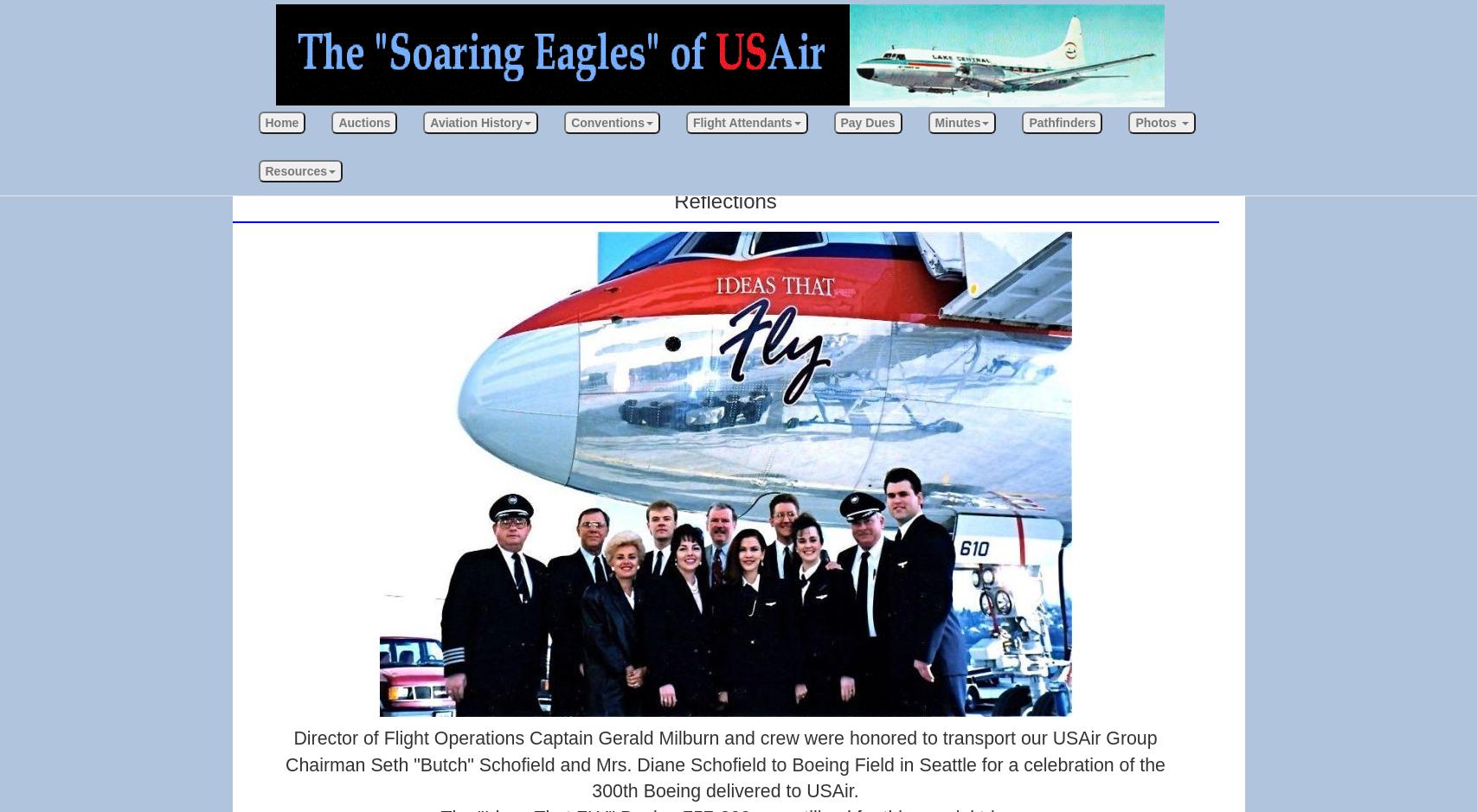 The width and height of the screenshot is (1477, 812). Describe the element at coordinates (570, 121) in the screenshot. I see `'Conventions'` at that location.